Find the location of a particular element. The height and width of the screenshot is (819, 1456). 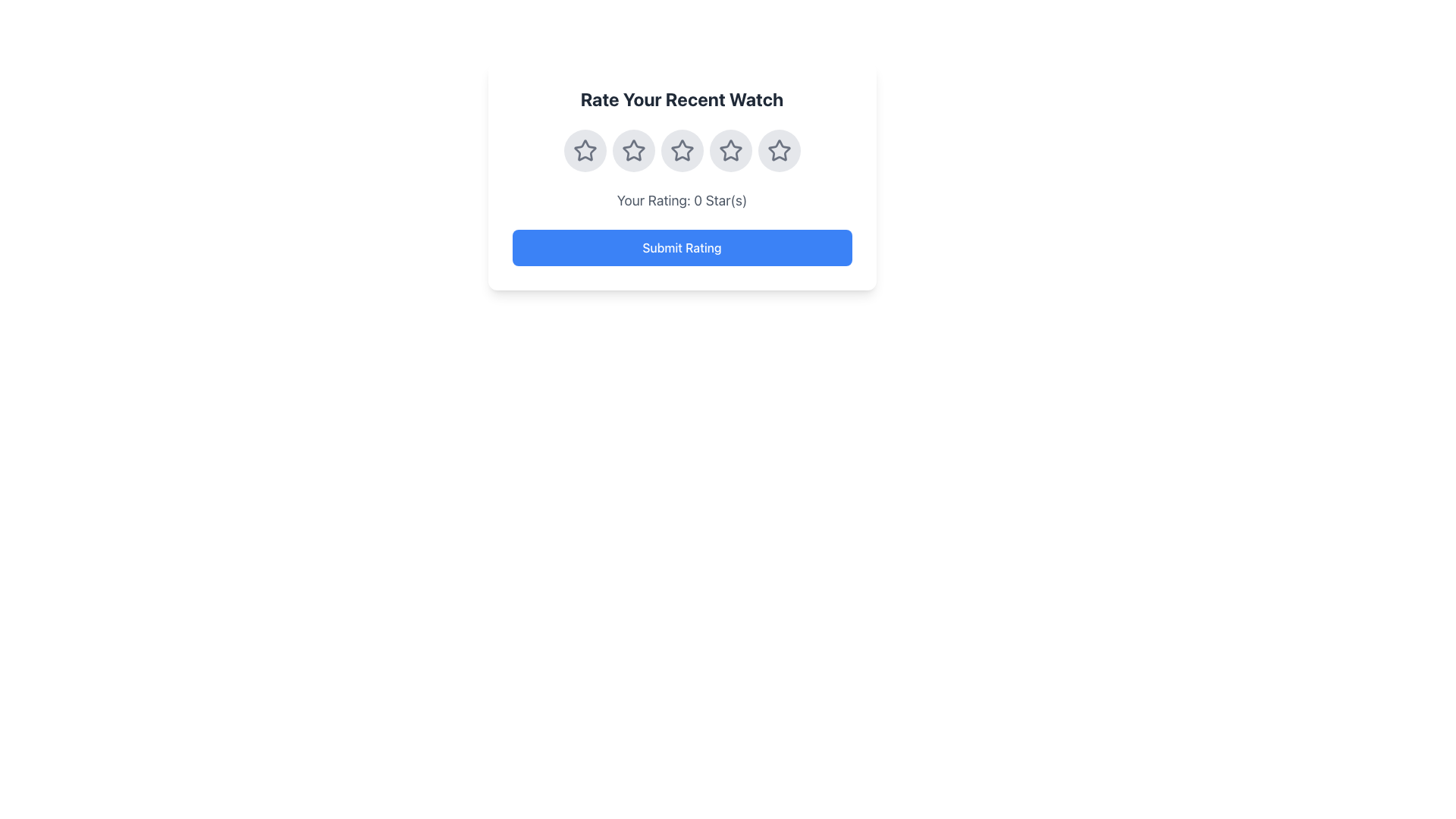

the fifth star rating button is located at coordinates (779, 151).